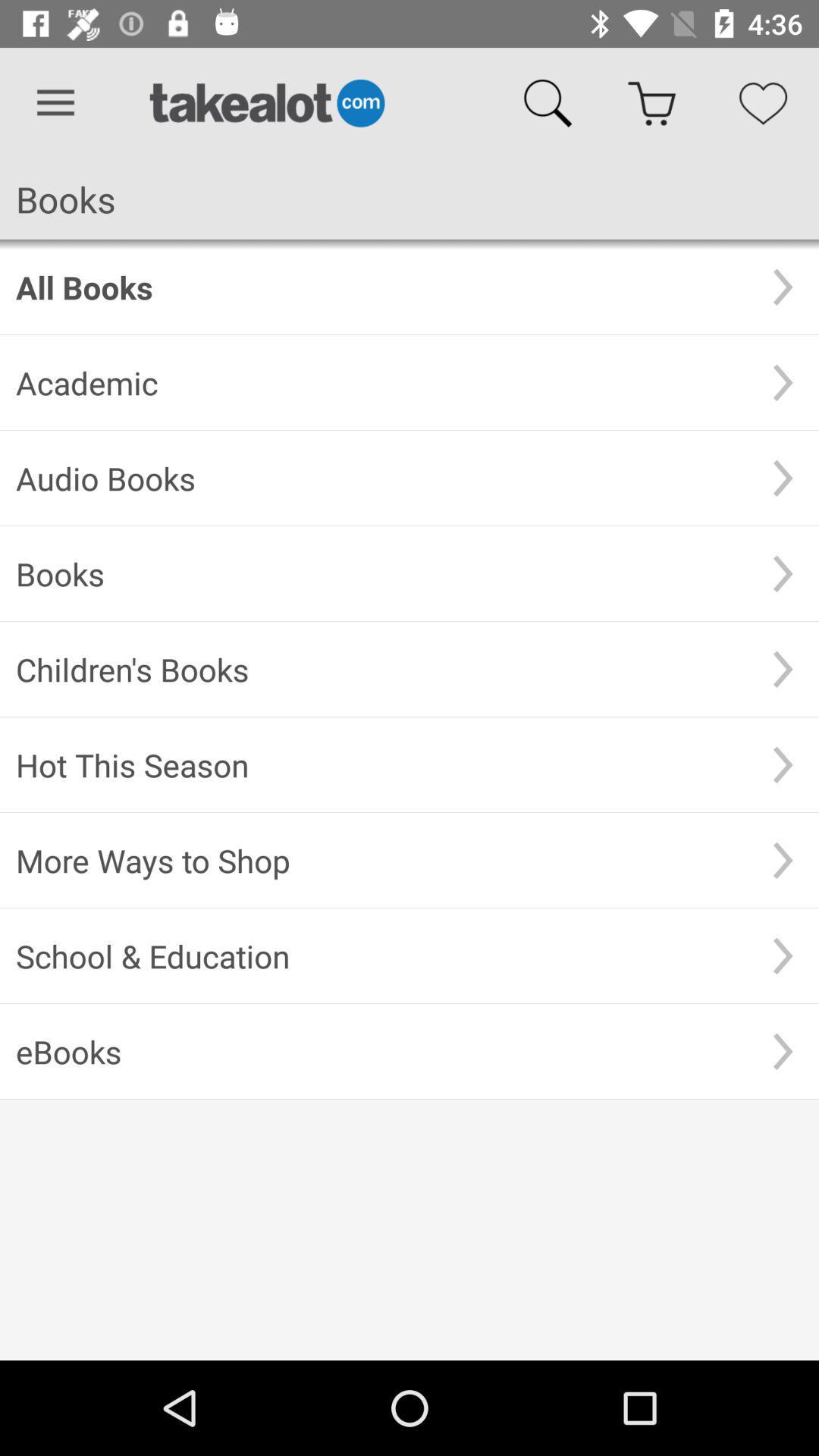 This screenshot has height=1456, width=819. I want to click on item below the school & education item, so click(381, 1050).